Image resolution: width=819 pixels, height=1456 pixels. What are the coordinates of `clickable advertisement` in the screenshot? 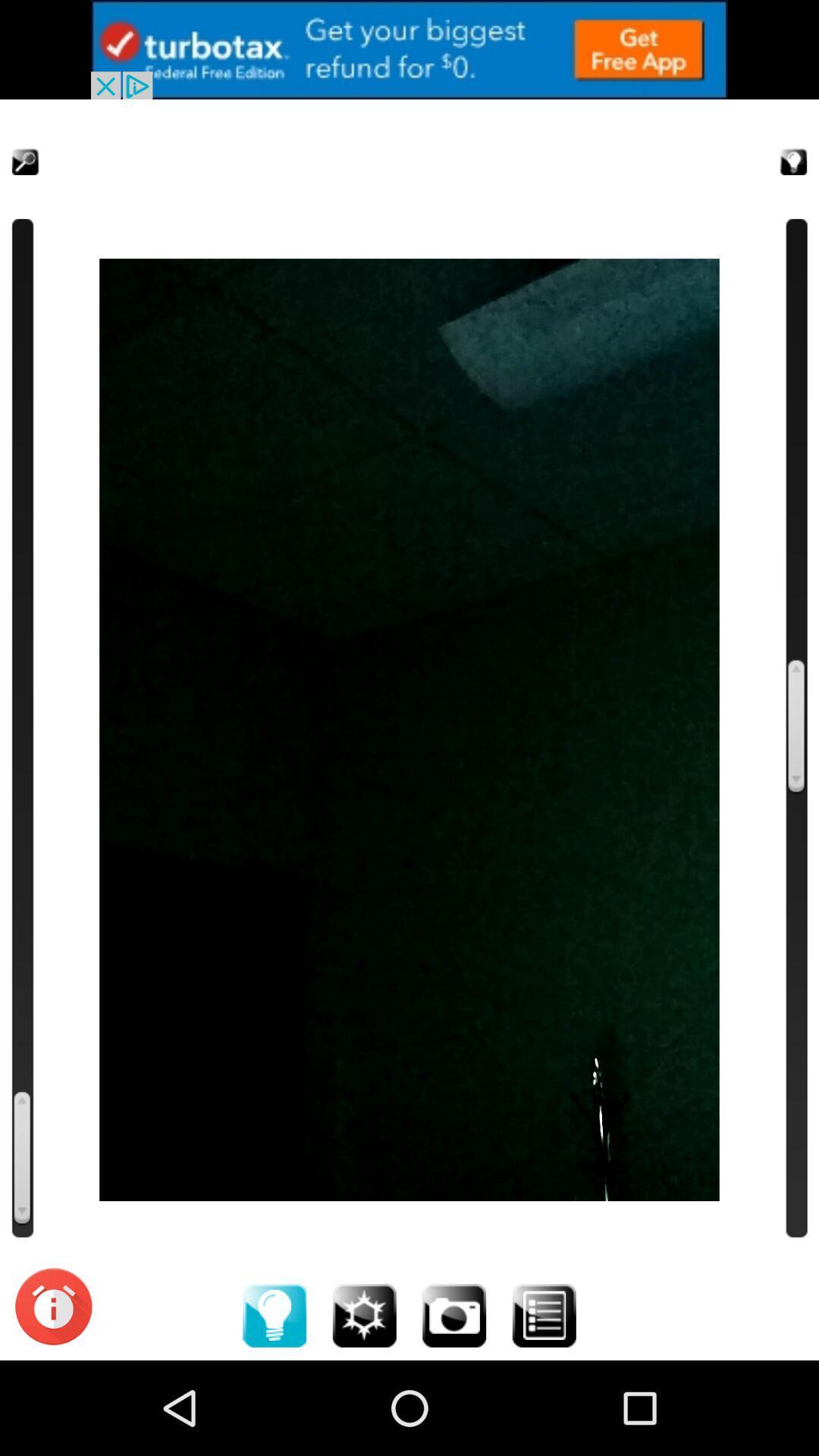 It's located at (409, 49).